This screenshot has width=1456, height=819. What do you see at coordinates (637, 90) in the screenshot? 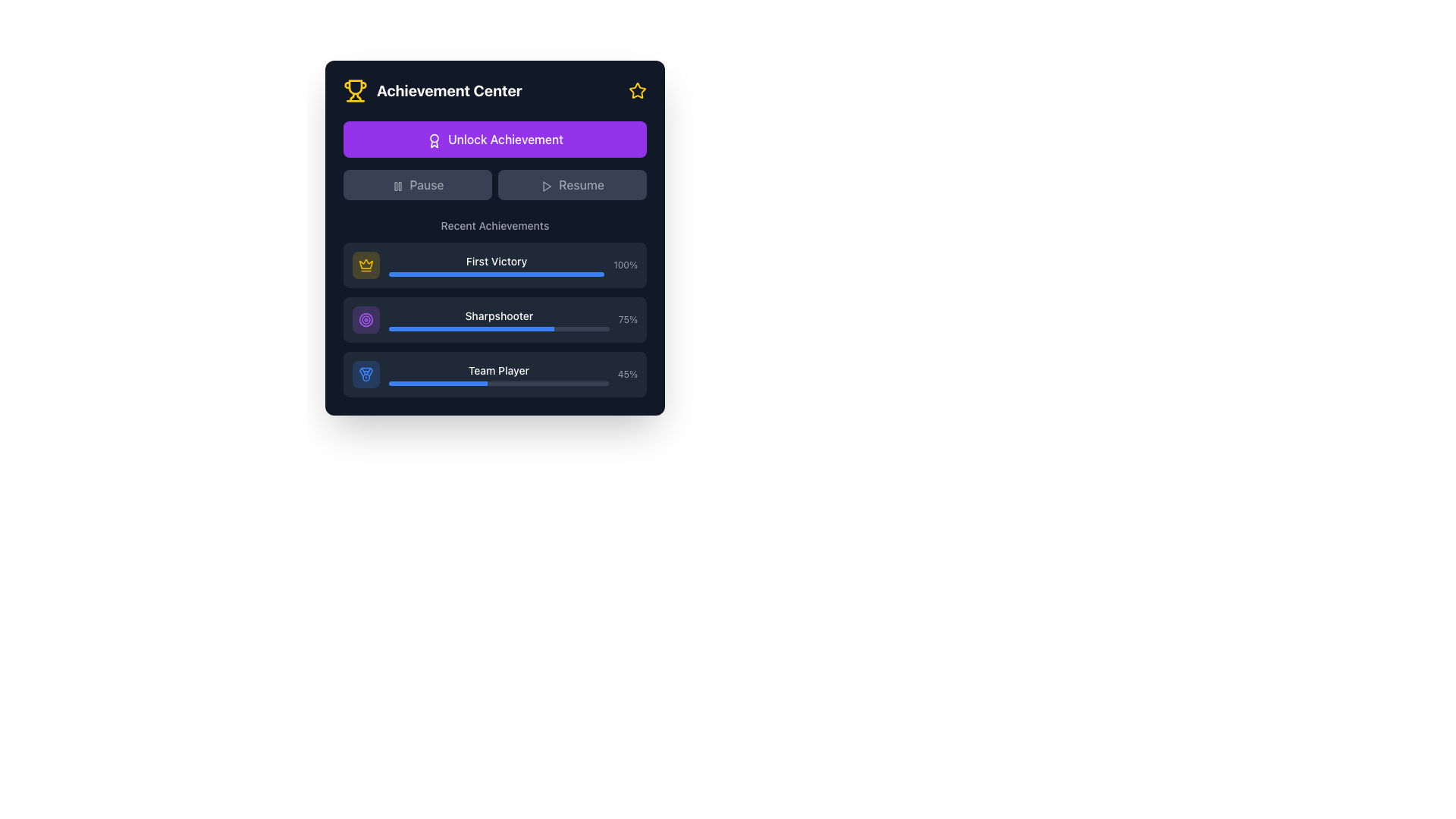
I see `the star icon located in the top-right corner of the 'Achievement Center' interface, which serves as a visual indicator for favoriting or highlighting achievements` at bounding box center [637, 90].